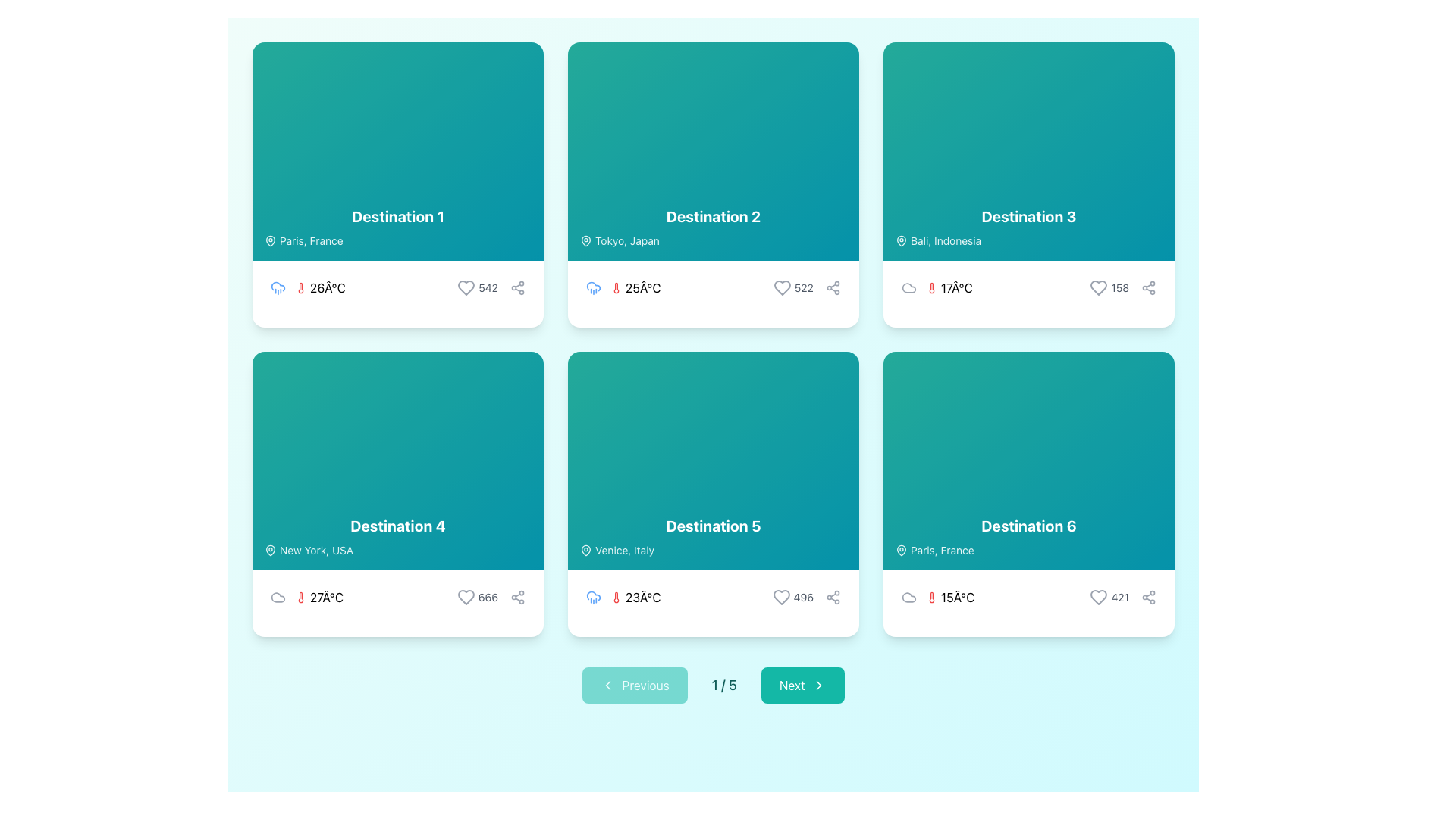  What do you see at coordinates (397, 536) in the screenshot?
I see `the 'Destination 4' text block, which features a bold heading 'Destination 4' in white and a subtitle 'New York, USA' in a smaller white font, set against a gradient background from teal to cyan` at bounding box center [397, 536].